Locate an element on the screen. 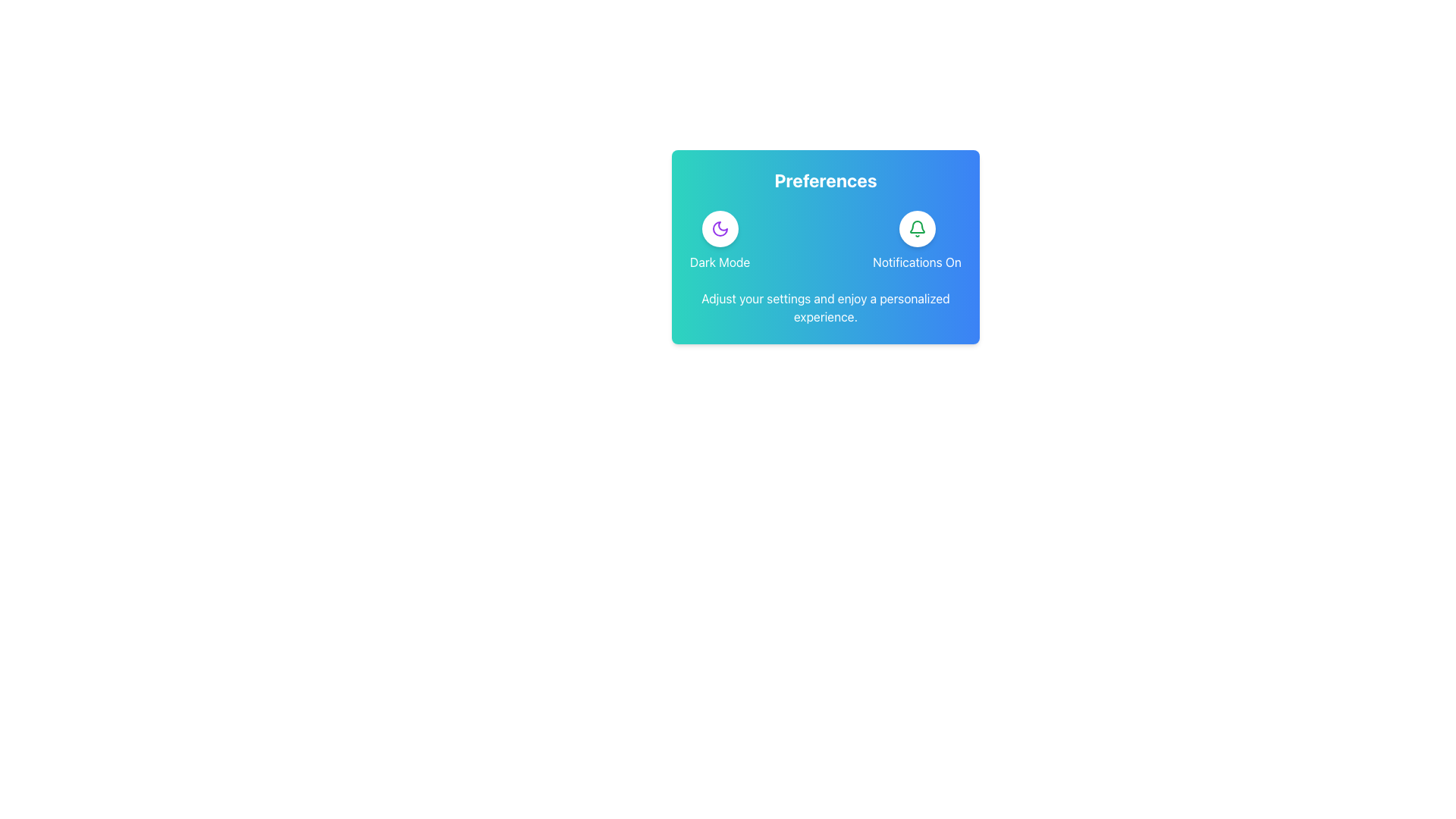 The height and width of the screenshot is (819, 1456). the circular button with a green notification bell icon located on the right side of the 'Preferences' box is located at coordinates (916, 228).